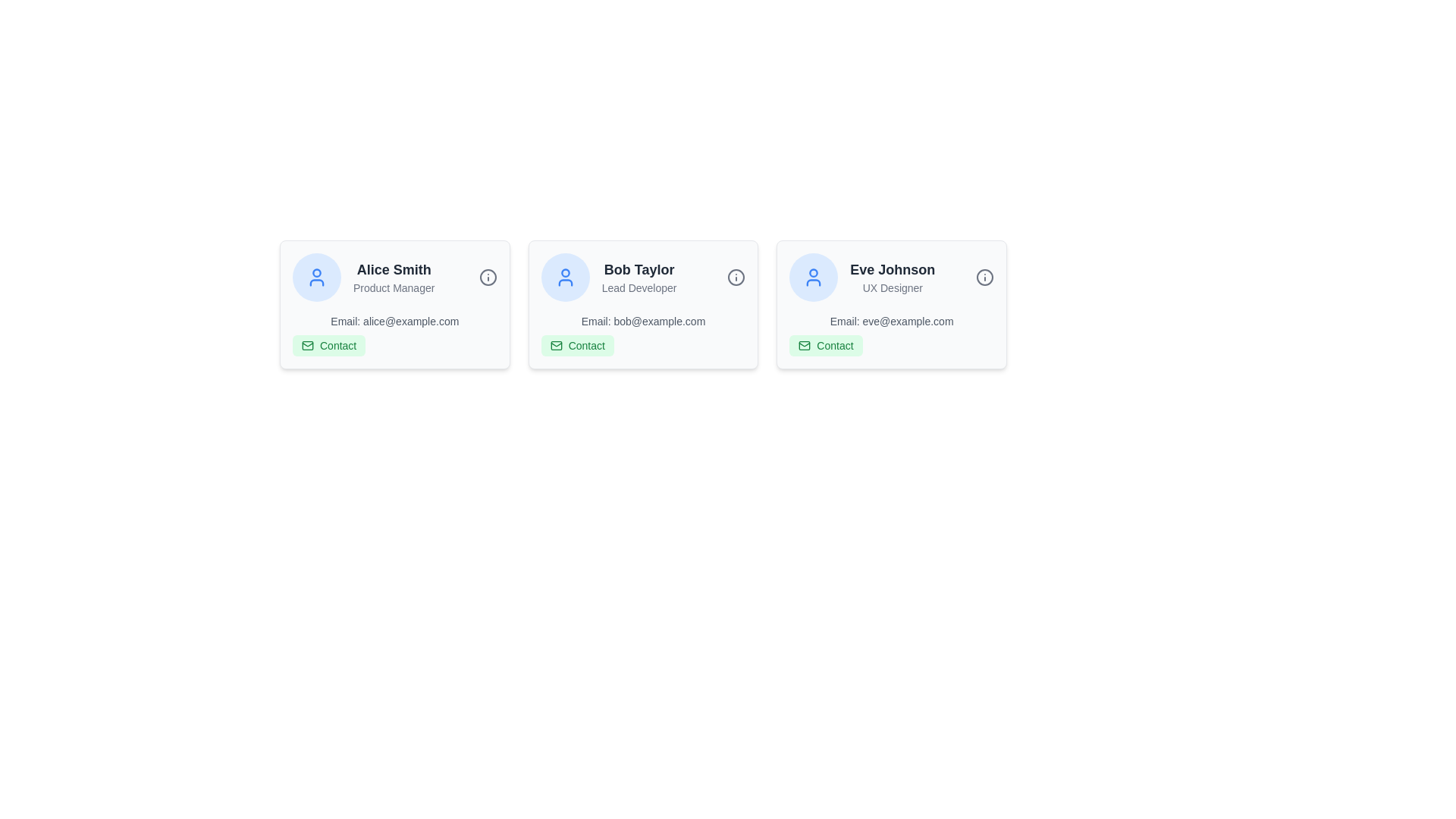 The height and width of the screenshot is (819, 1456). I want to click on the information icon located in the top-right corner of the 'Eve Johnson UX Designer' card, adjacent to her name and job title, so click(985, 278).